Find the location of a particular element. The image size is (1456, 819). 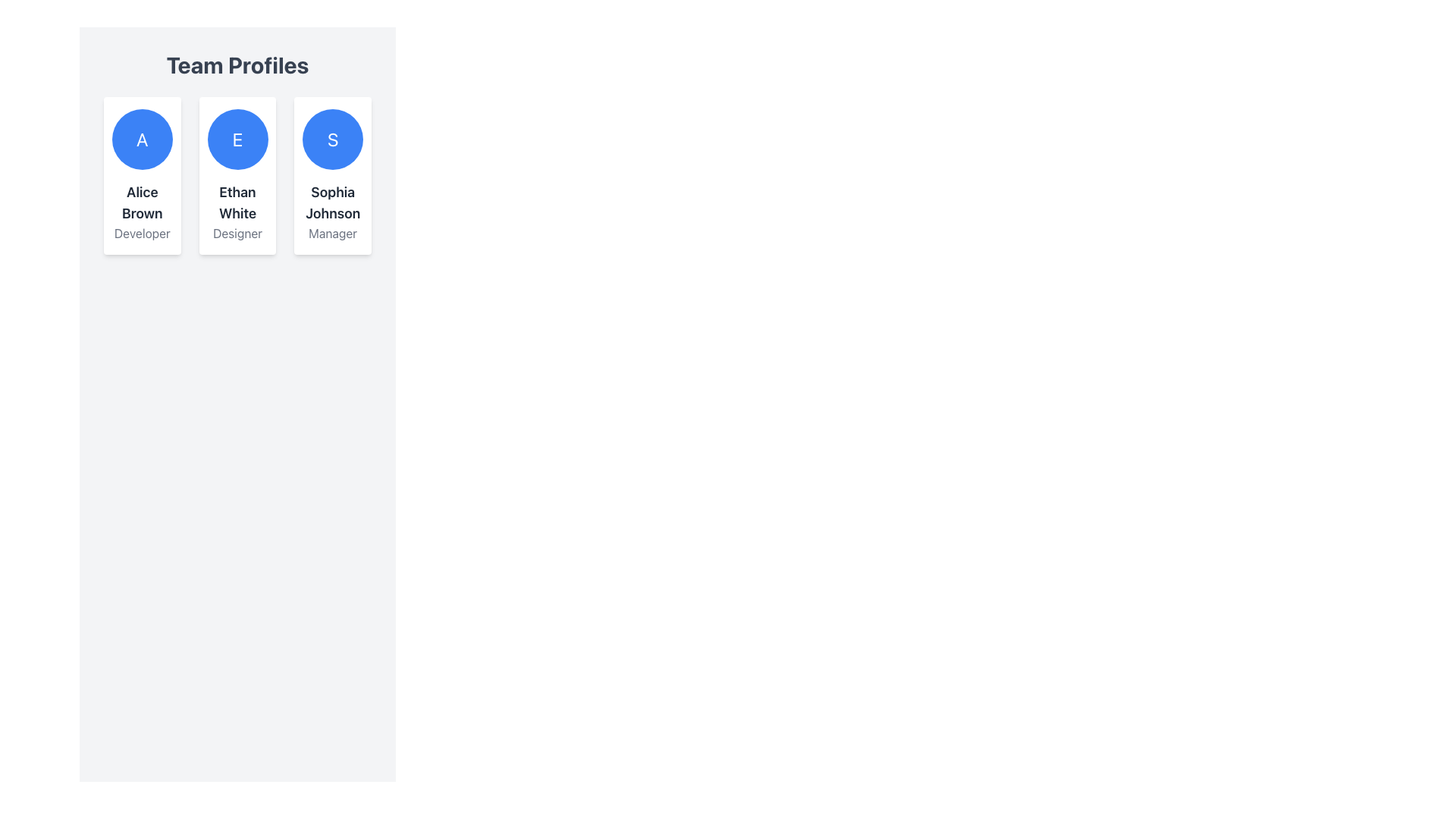

the text label displaying 'Developer' in a grayish font, located in the first profile card below the name 'Alice Brown' is located at coordinates (142, 234).